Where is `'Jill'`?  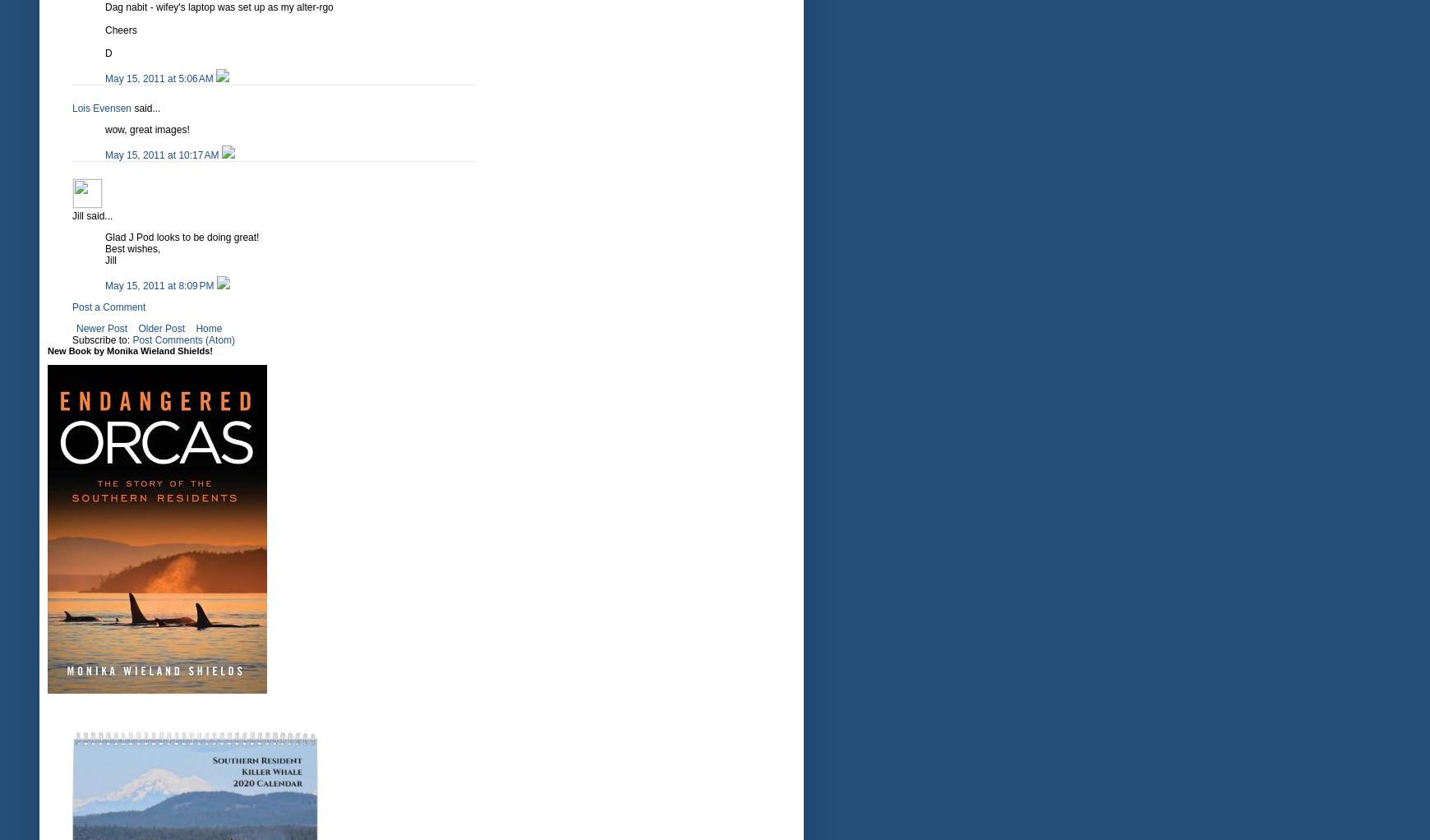
'Jill' is located at coordinates (110, 260).